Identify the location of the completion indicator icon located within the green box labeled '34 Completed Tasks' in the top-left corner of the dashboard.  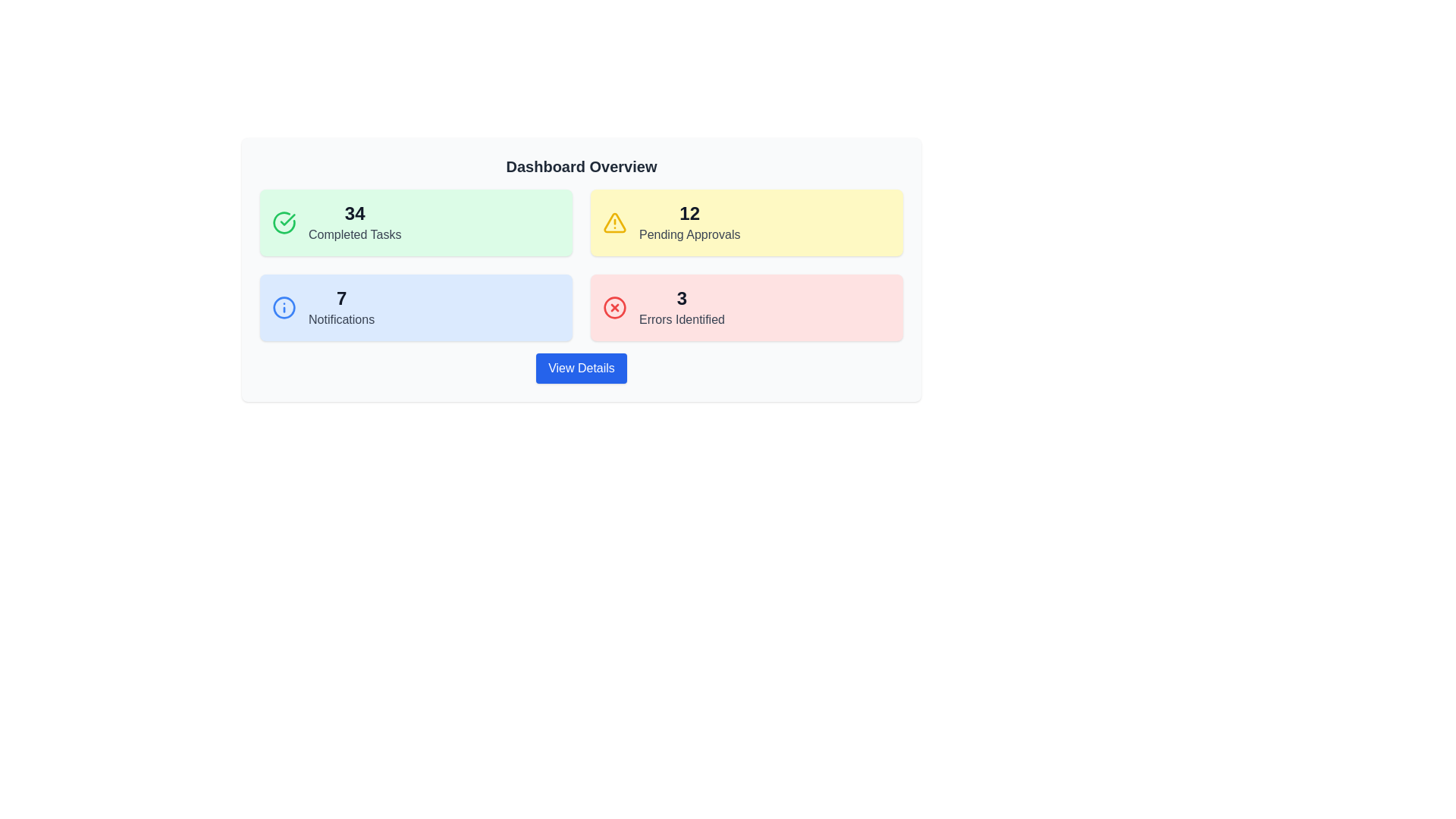
(284, 222).